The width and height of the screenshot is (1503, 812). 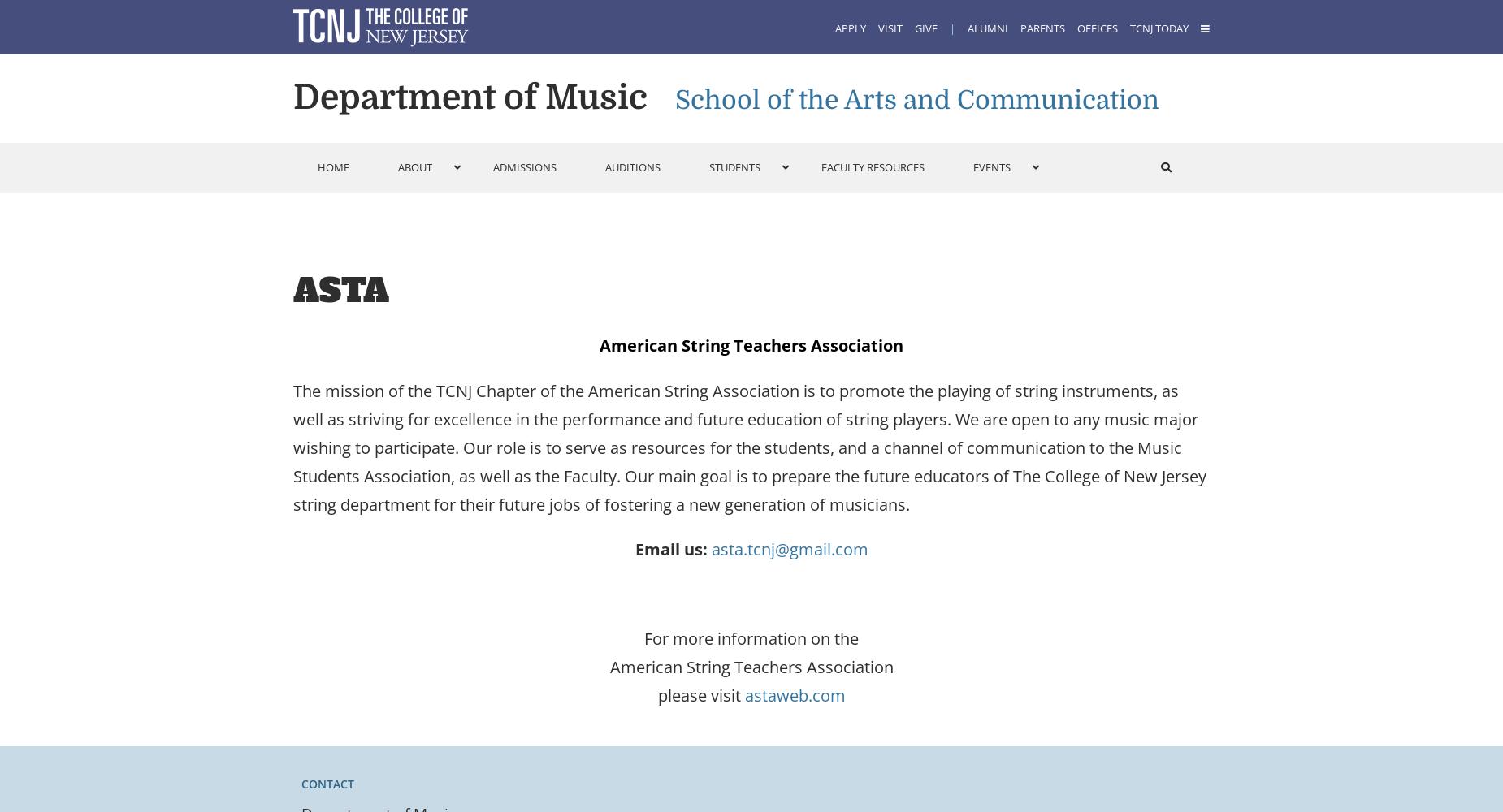 I want to click on '|', so click(x=948, y=28).